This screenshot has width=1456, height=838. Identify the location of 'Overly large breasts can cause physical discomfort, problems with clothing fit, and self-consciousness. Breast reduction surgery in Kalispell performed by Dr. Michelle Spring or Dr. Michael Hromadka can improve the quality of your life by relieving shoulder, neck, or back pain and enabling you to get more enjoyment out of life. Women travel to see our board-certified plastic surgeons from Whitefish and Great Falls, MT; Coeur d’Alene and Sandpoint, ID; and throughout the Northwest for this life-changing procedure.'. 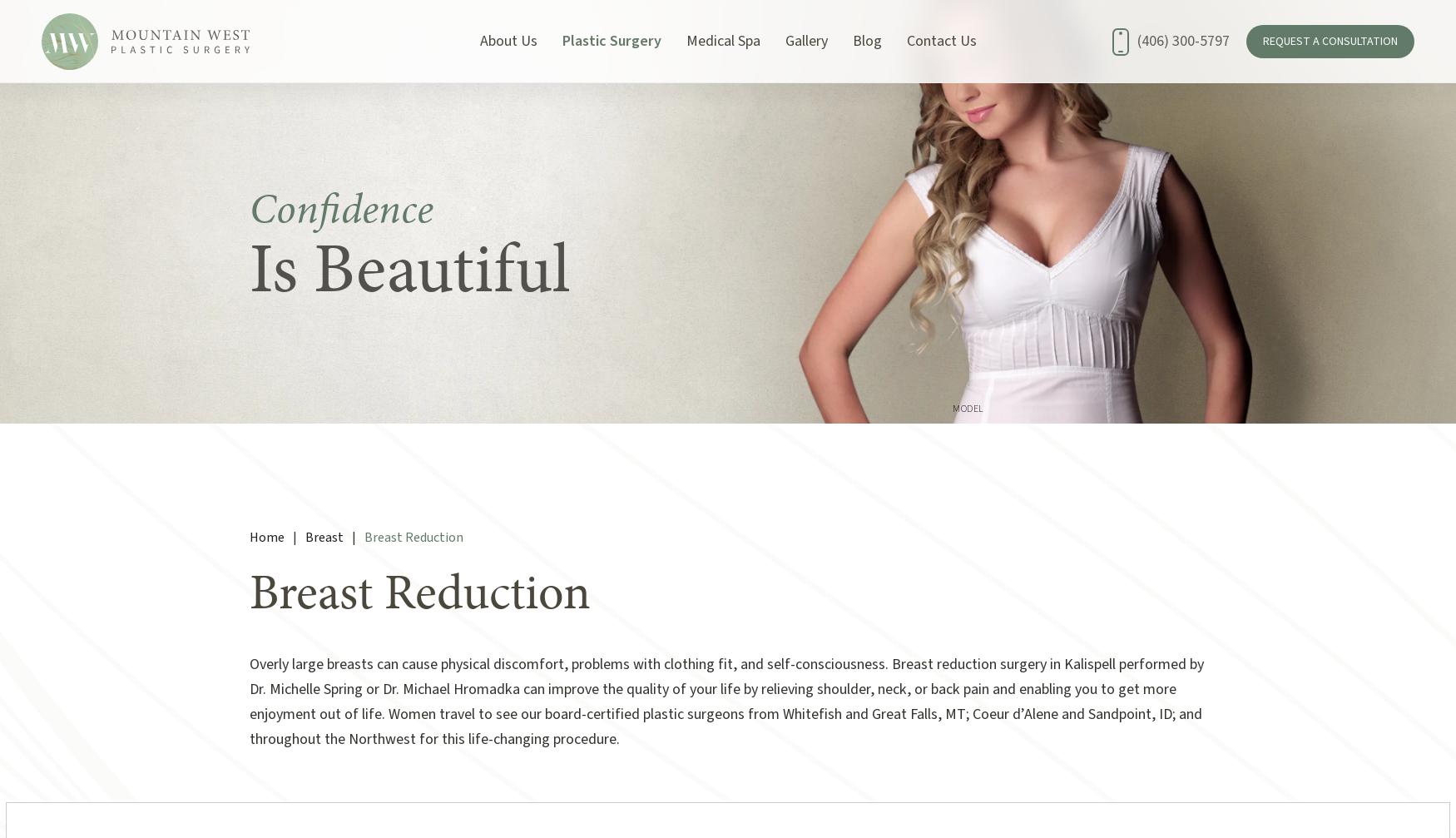
(726, 701).